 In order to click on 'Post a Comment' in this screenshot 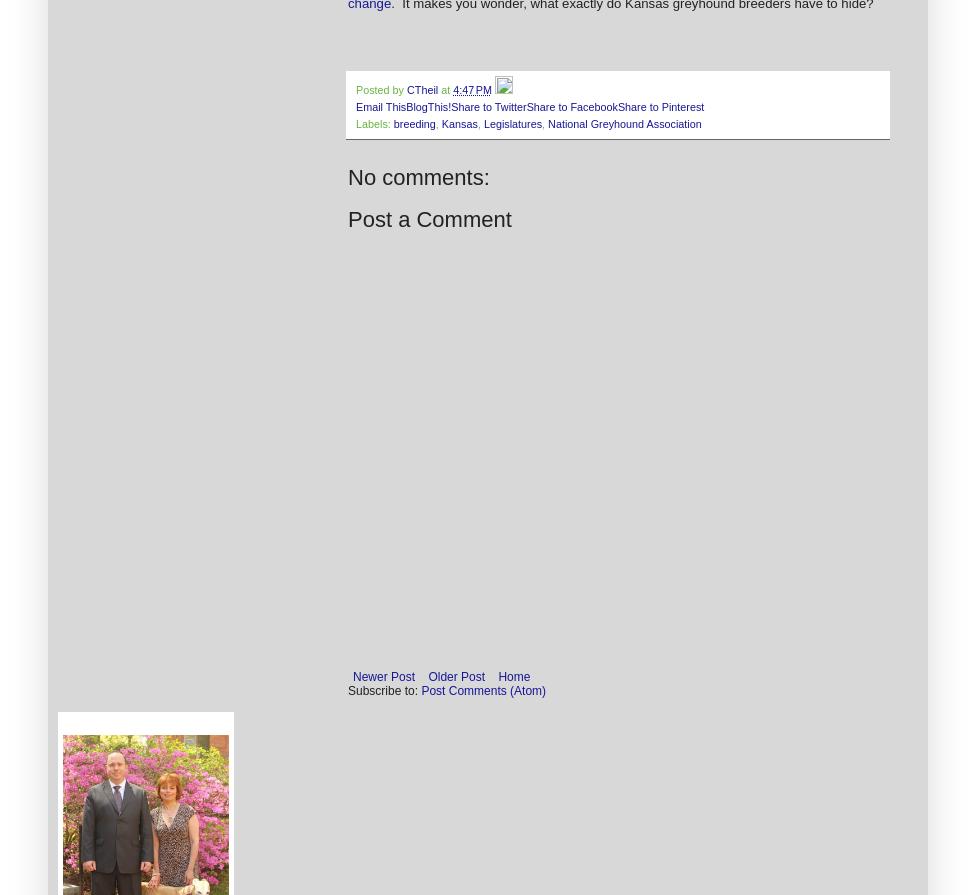, I will do `click(429, 219)`.